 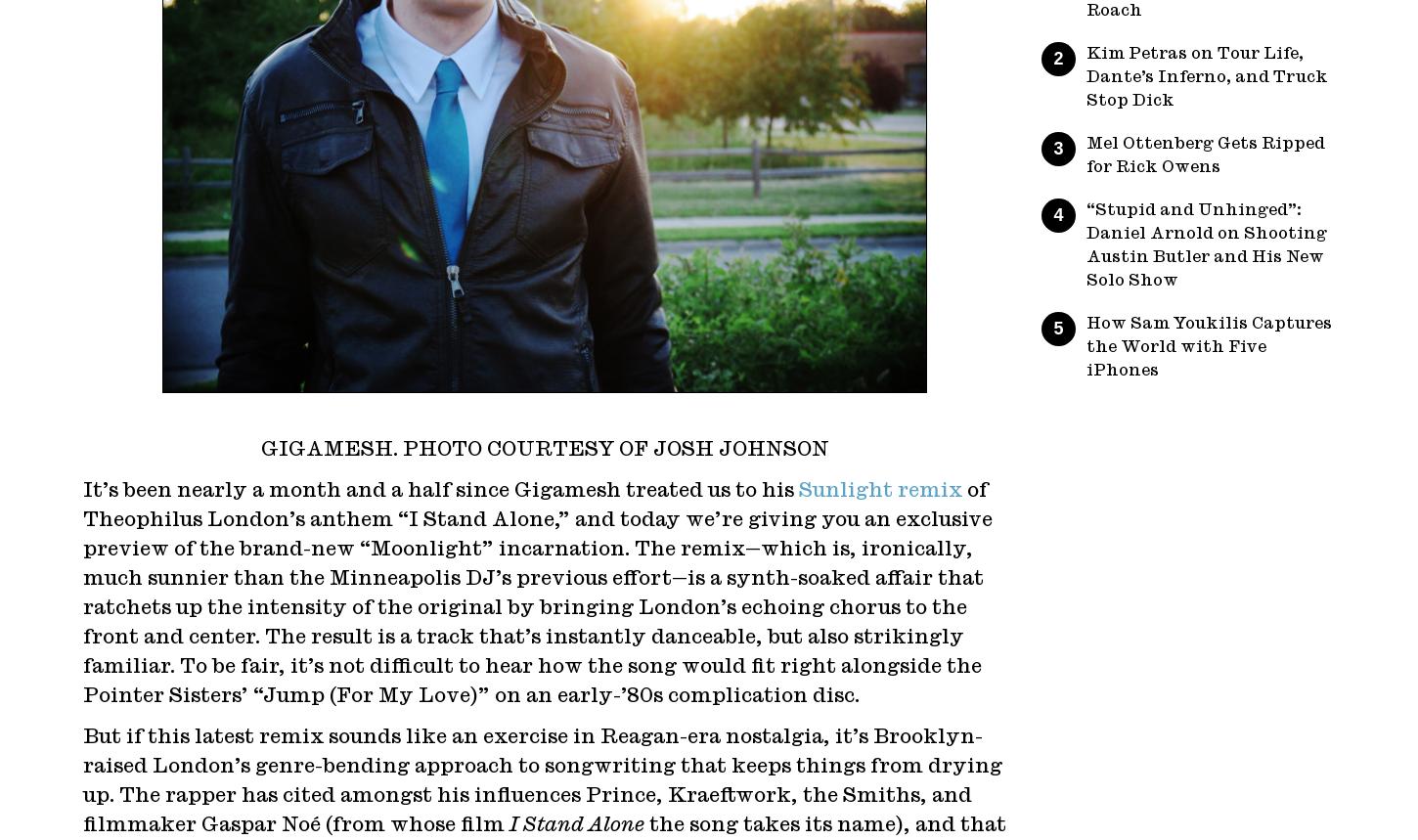 What do you see at coordinates (1207, 76) in the screenshot?
I see `'Kim Petras on Tour Life, Dante’s Inferno, and Truck Stop Dick'` at bounding box center [1207, 76].